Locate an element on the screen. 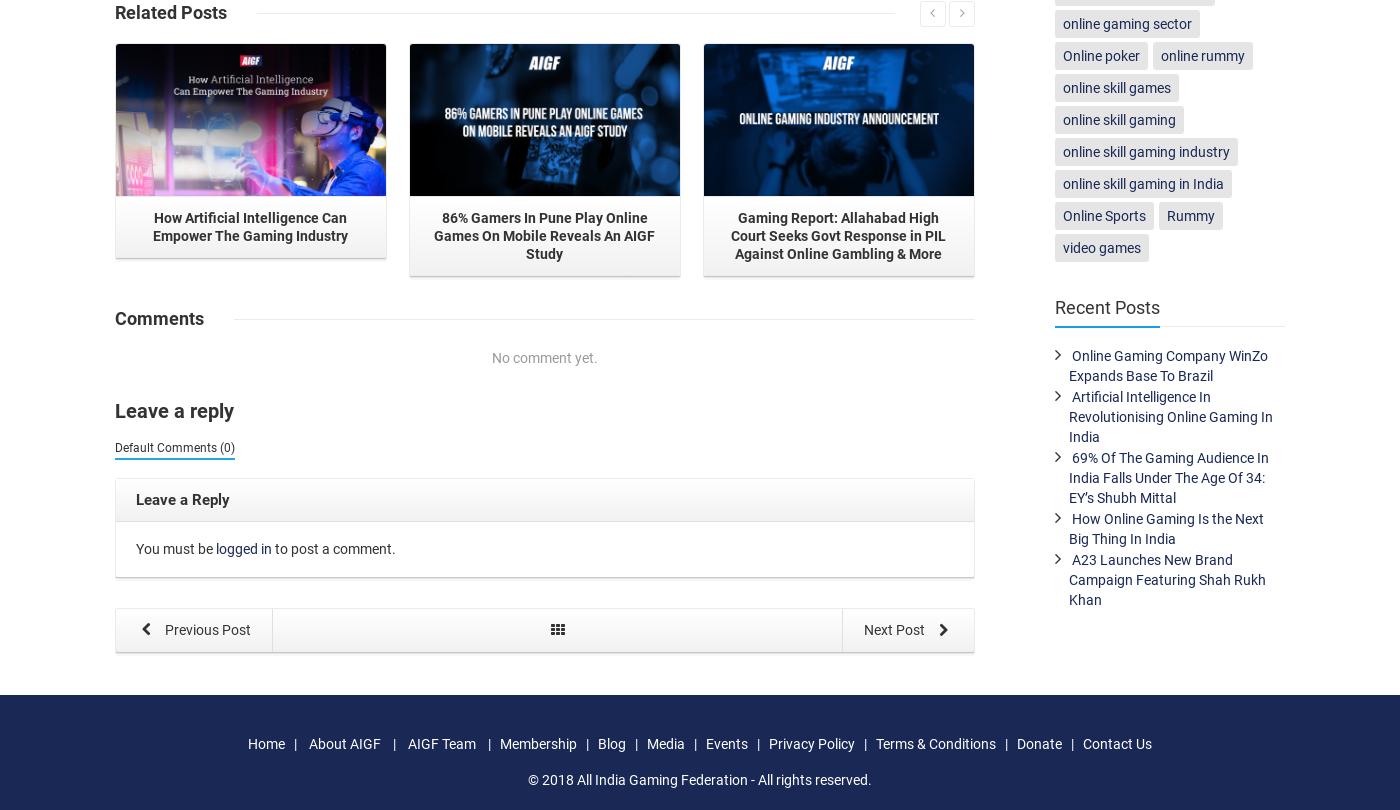 This screenshot has width=1400, height=810. 'video games' is located at coordinates (1101, 247).